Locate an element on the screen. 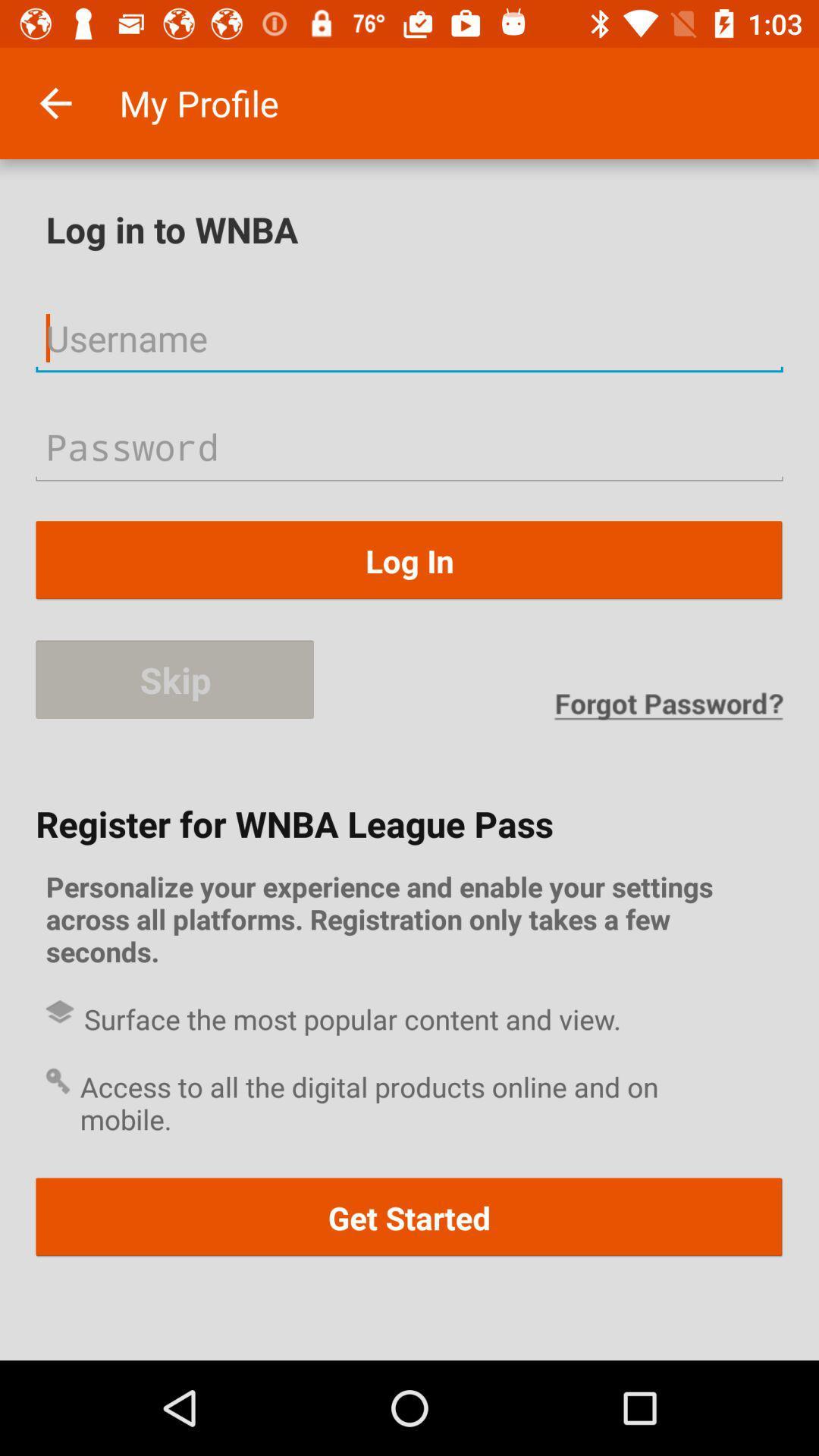  item to the right of skip is located at coordinates (667, 705).